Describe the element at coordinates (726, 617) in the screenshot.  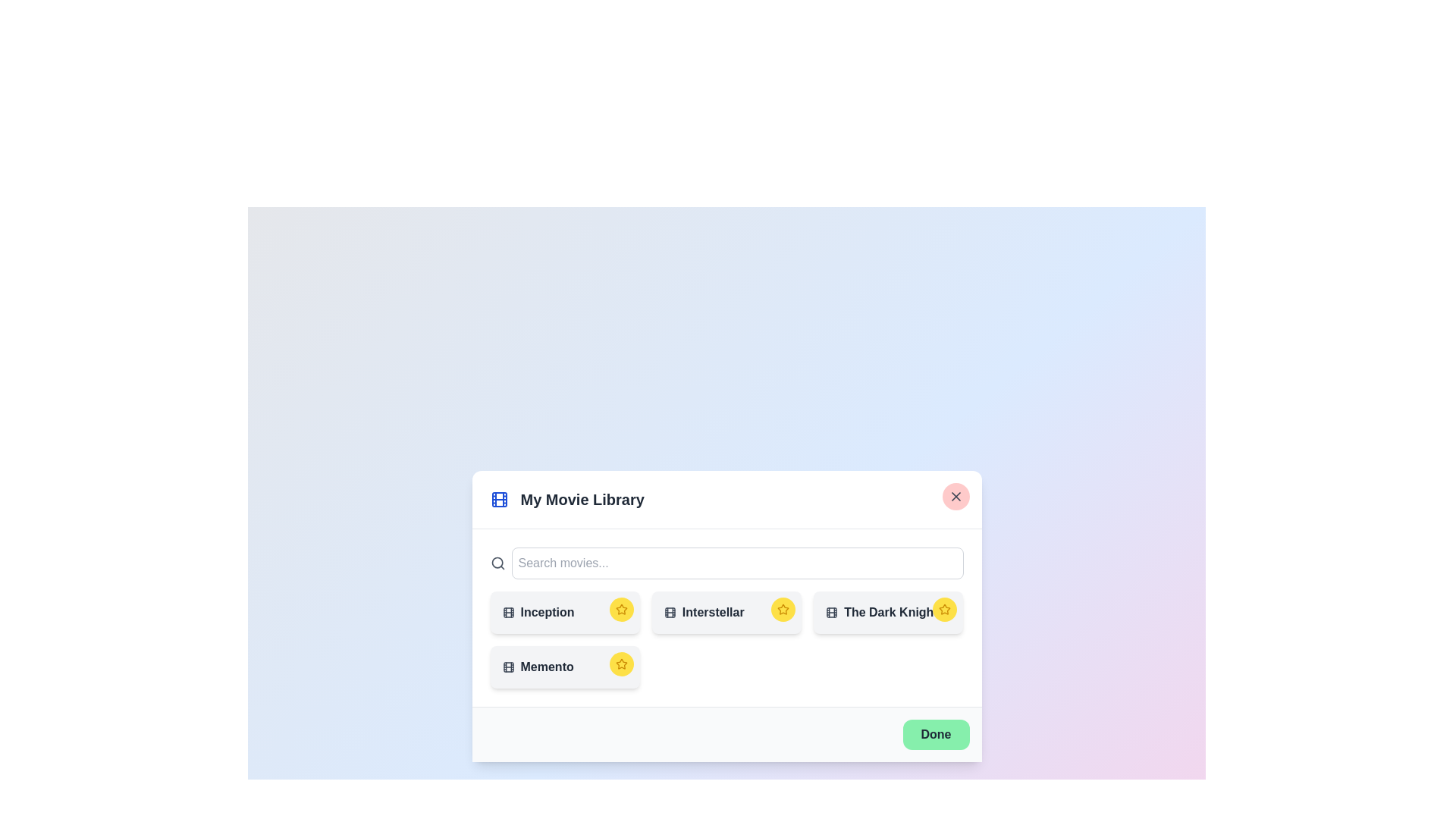
I see `any of the movies listed in the dialog box to interact with them` at that location.